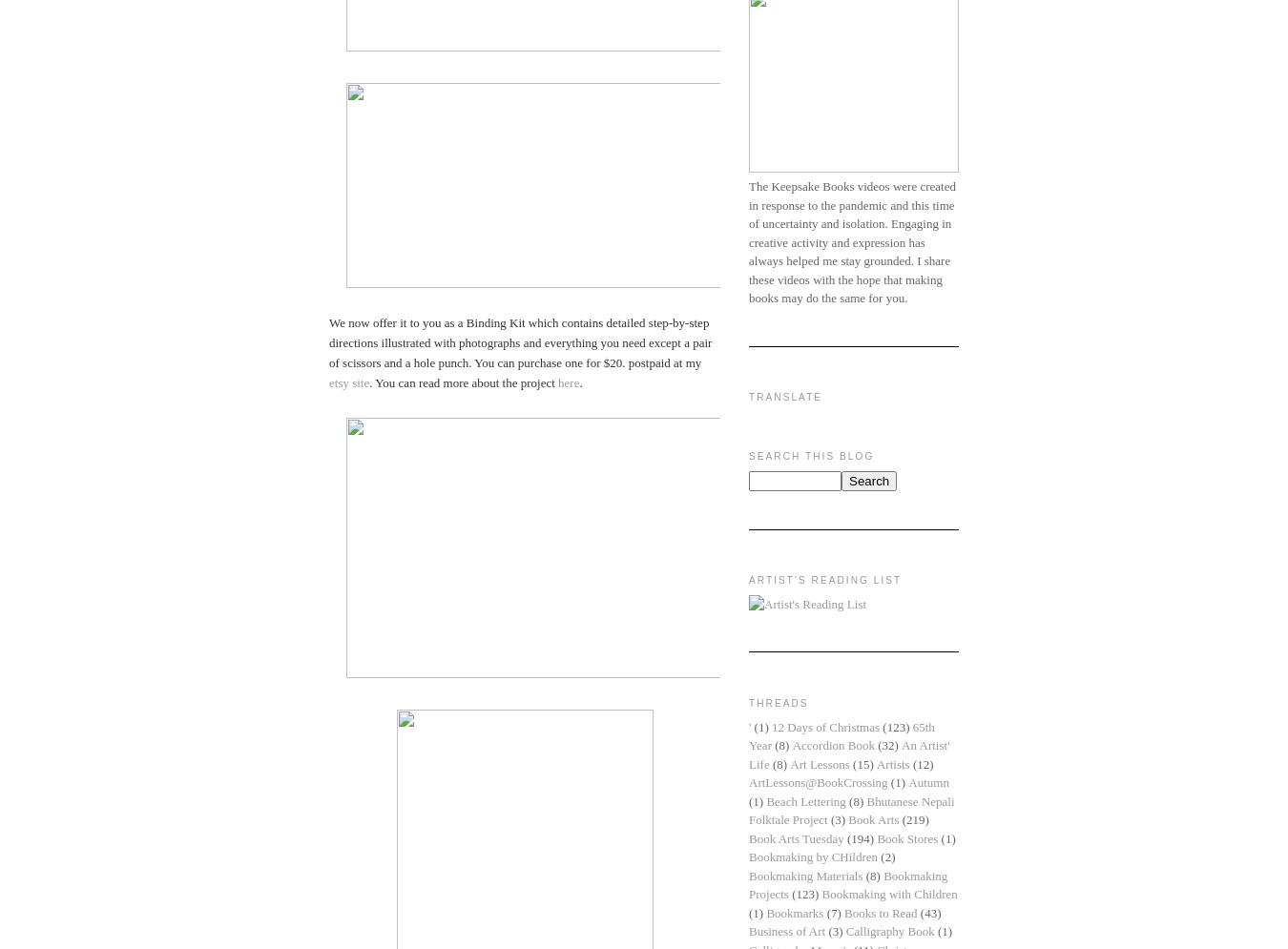  What do you see at coordinates (847, 819) in the screenshot?
I see `'Book Arts'` at bounding box center [847, 819].